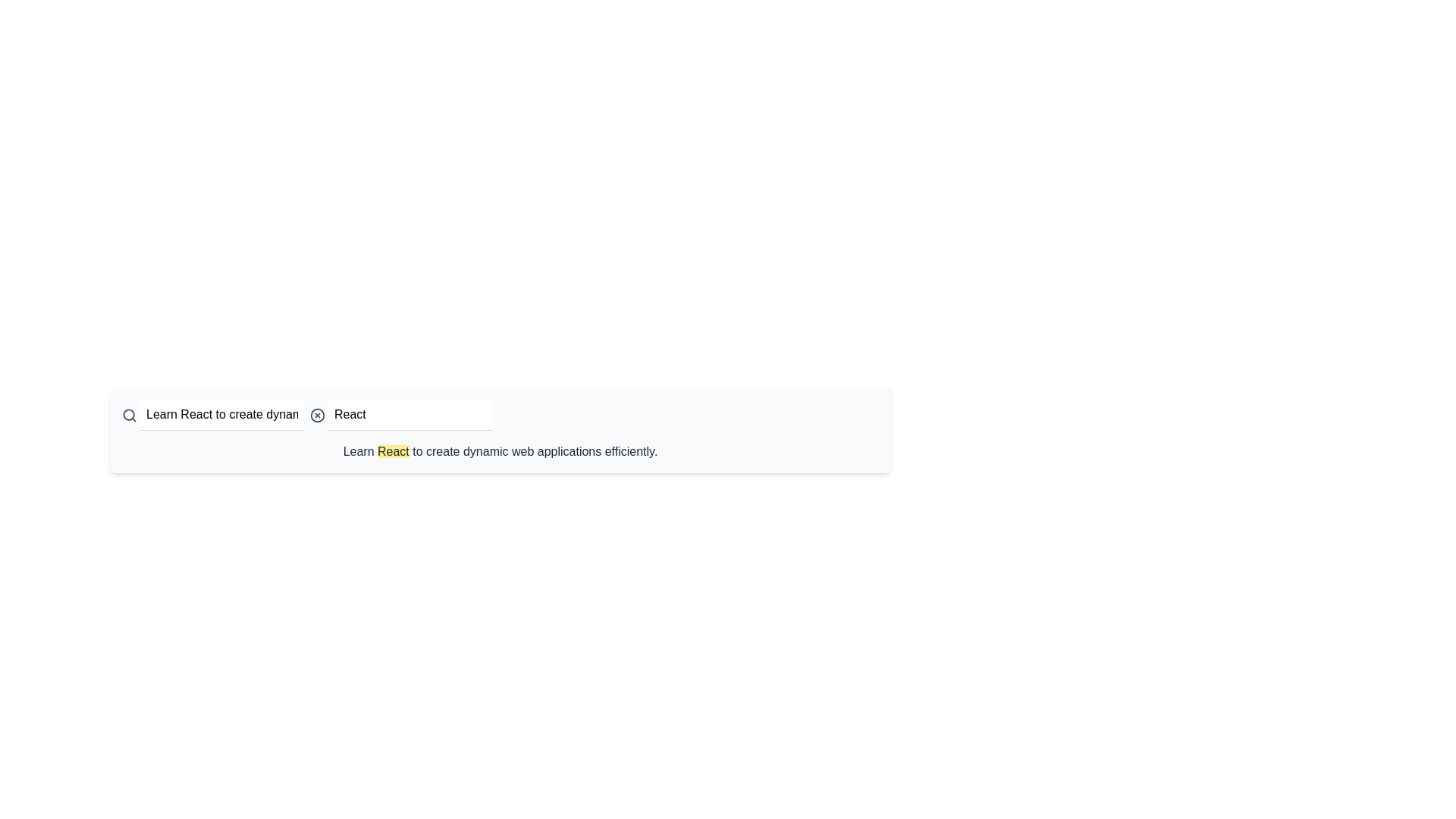  I want to click on the text input field, so click(221, 415).